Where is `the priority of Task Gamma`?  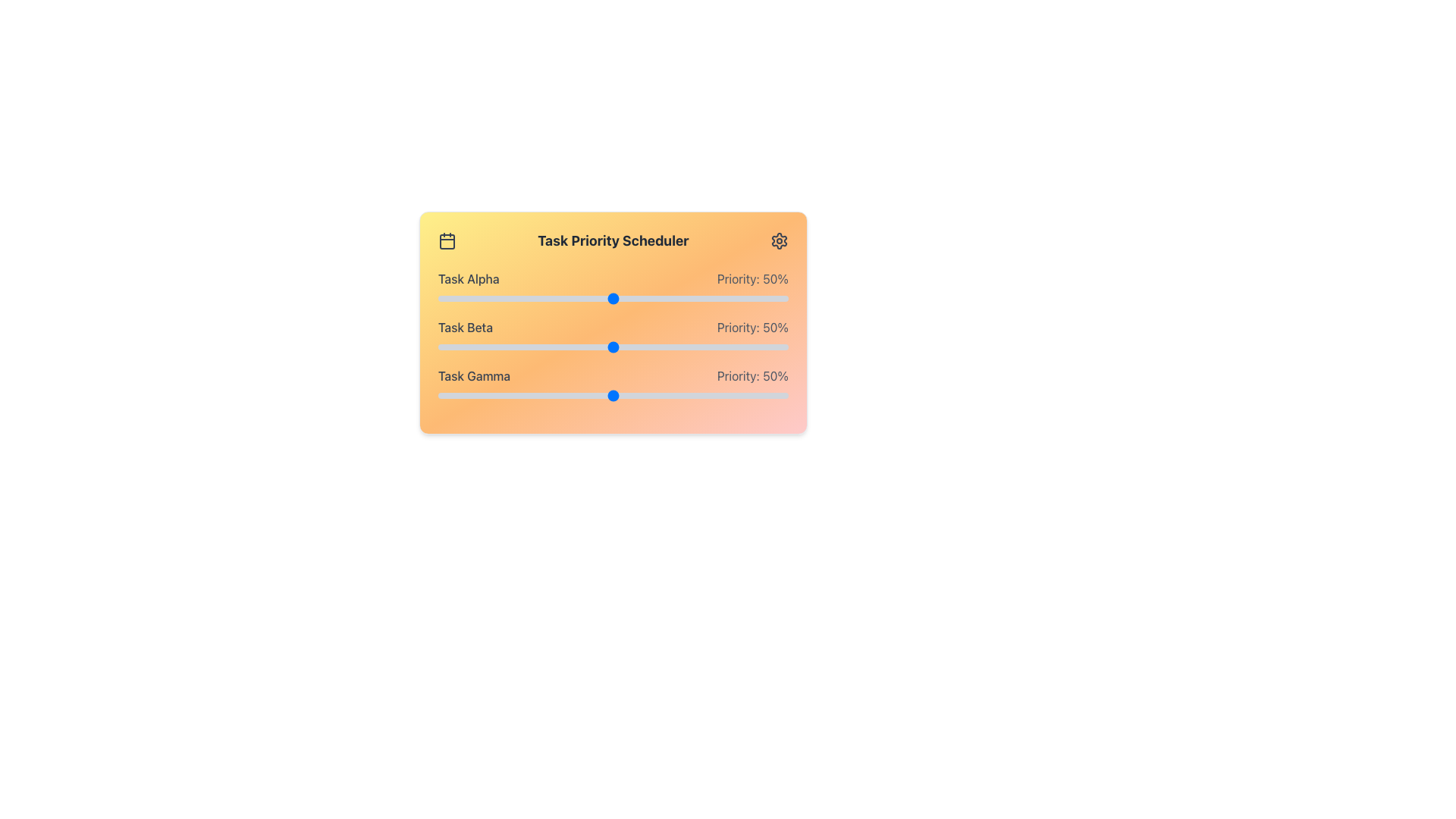 the priority of Task Gamma is located at coordinates (778, 394).